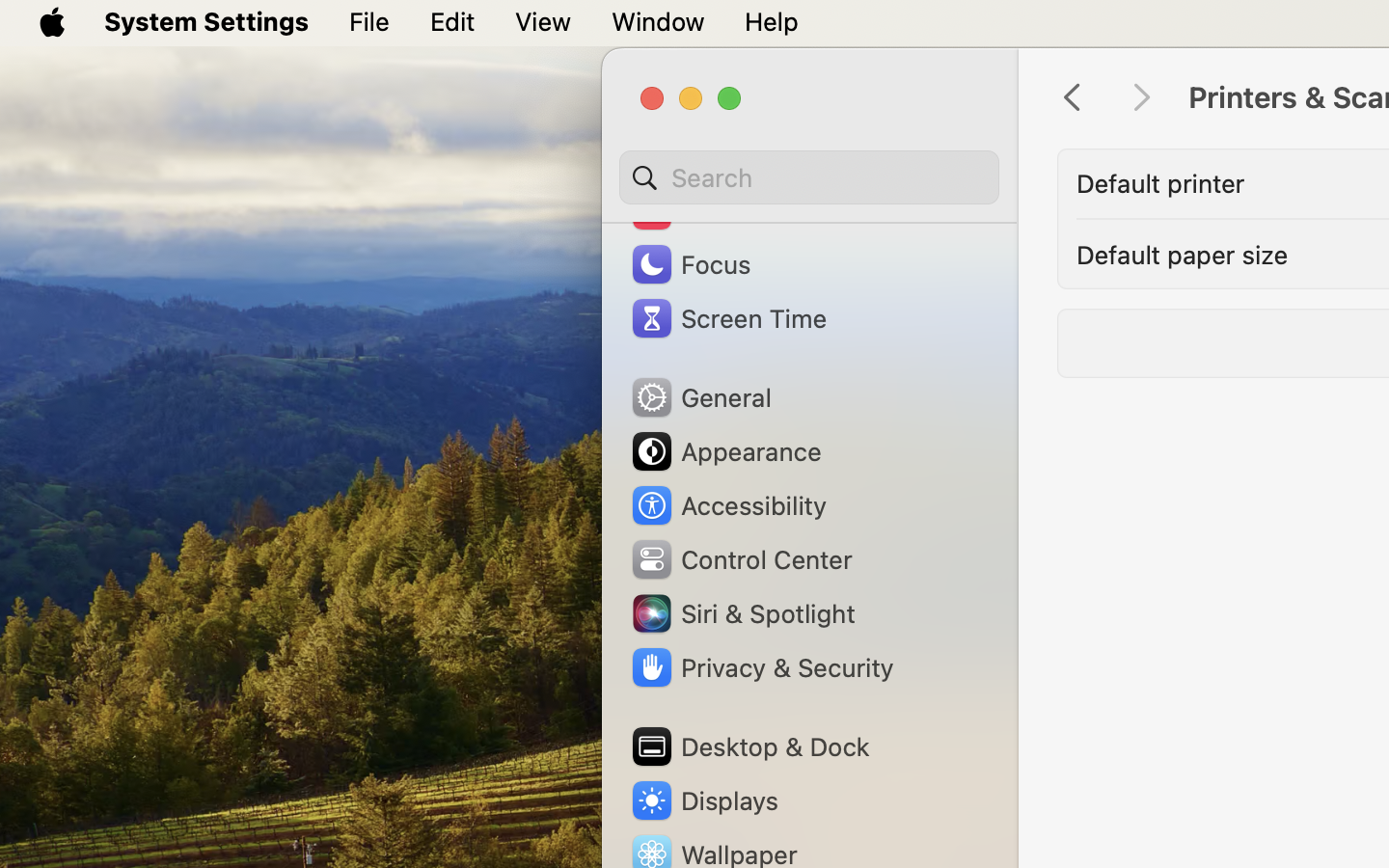  What do you see at coordinates (740, 613) in the screenshot?
I see `'Siri & Spotlight'` at bounding box center [740, 613].